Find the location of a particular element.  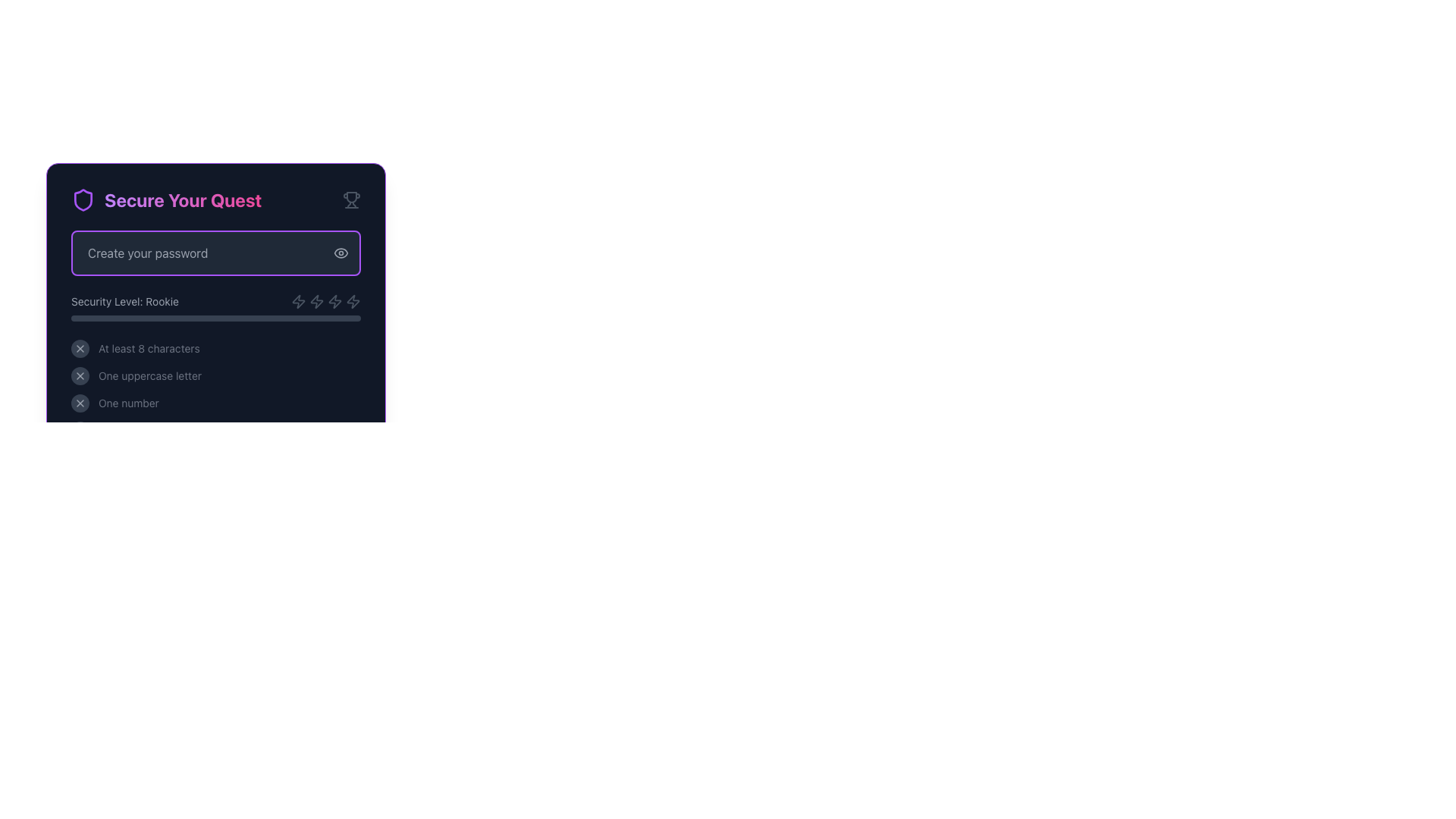

the shield-shaped icon with a purple outline located in the upper-left corner next to the header text 'Secure Your Quest' is located at coordinates (83, 199).